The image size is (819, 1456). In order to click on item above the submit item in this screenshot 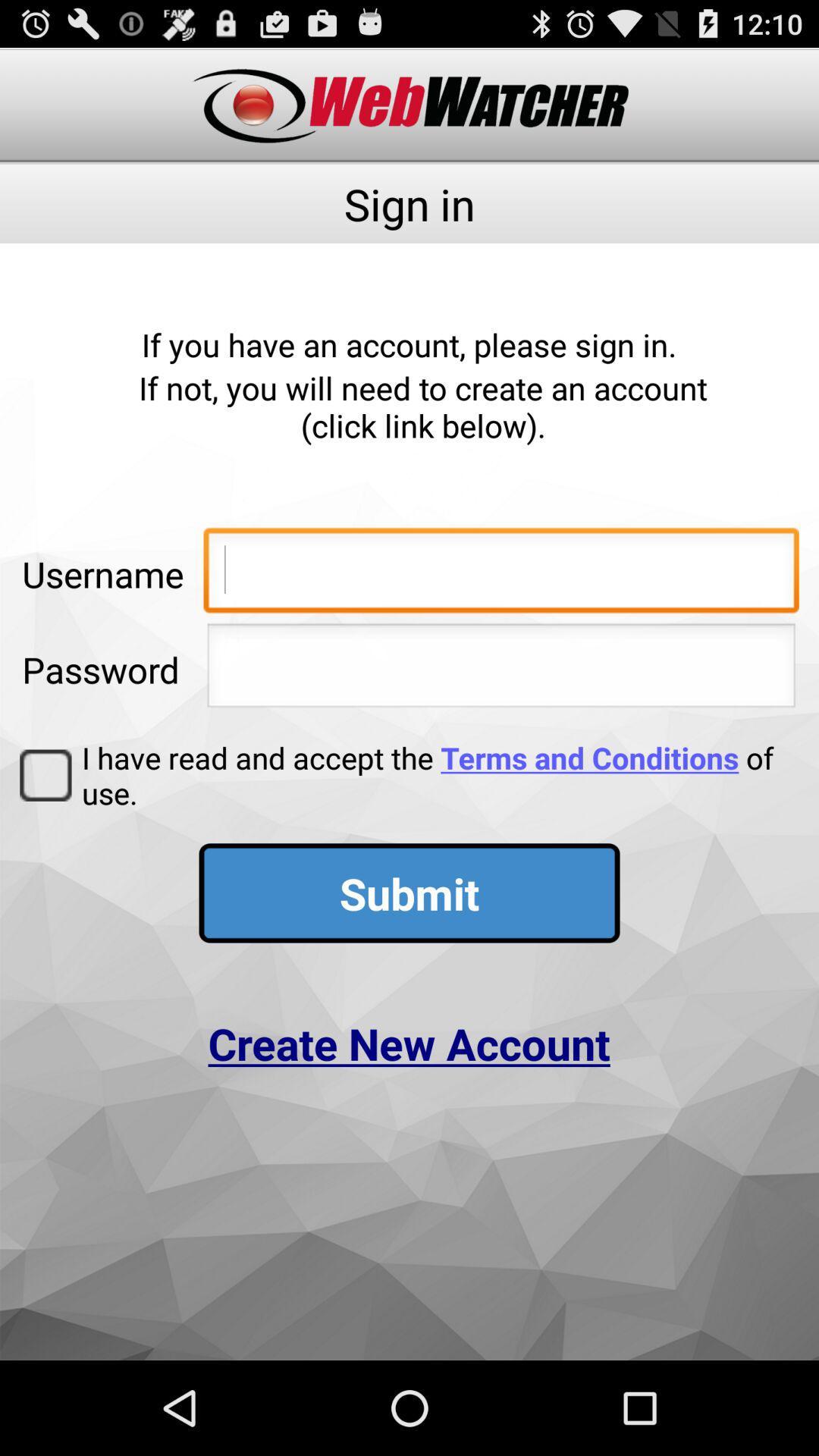, I will do `click(435, 775)`.